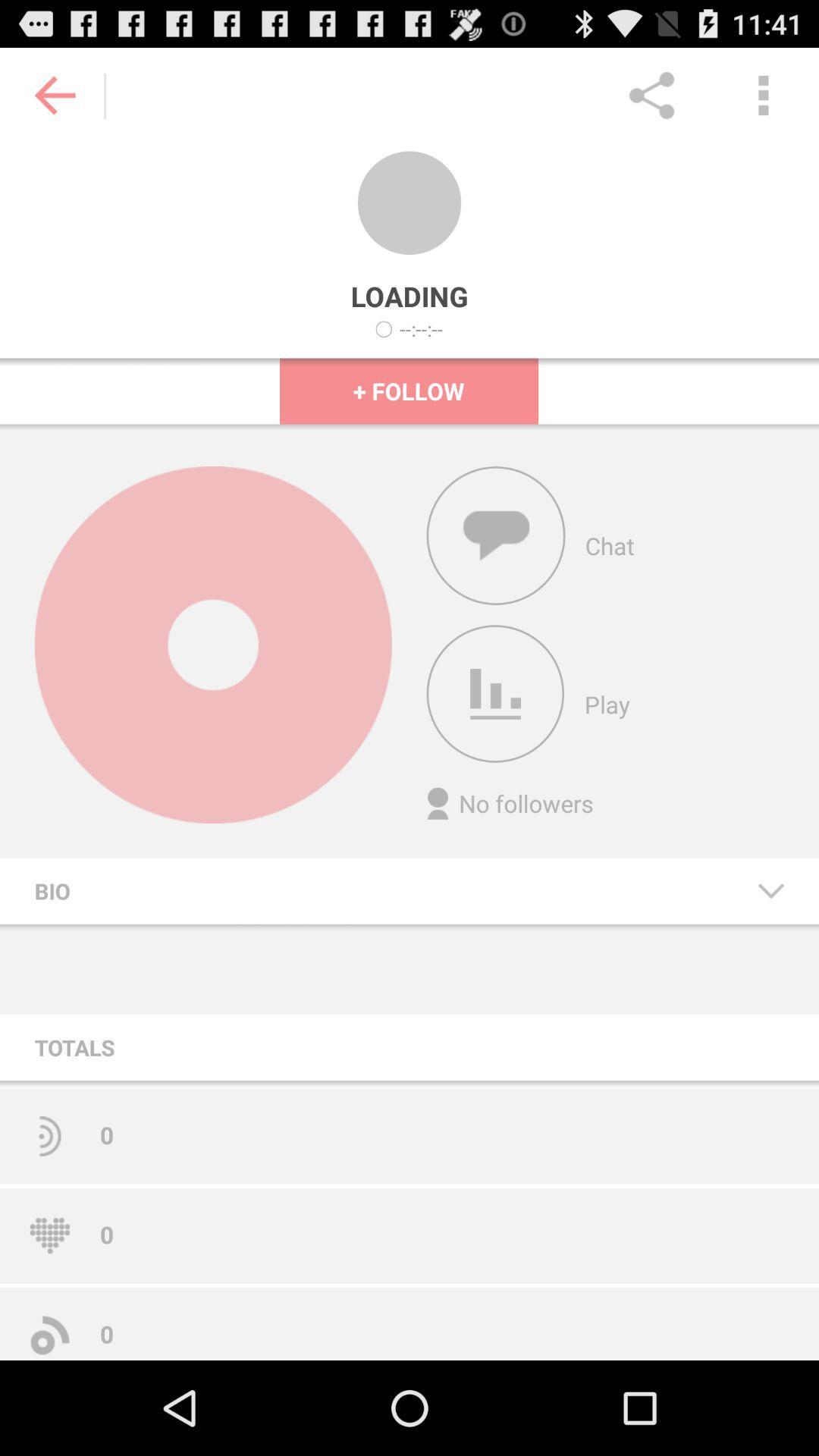 This screenshot has width=819, height=1456. Describe the element at coordinates (496, 535) in the screenshot. I see `chat or comment` at that location.